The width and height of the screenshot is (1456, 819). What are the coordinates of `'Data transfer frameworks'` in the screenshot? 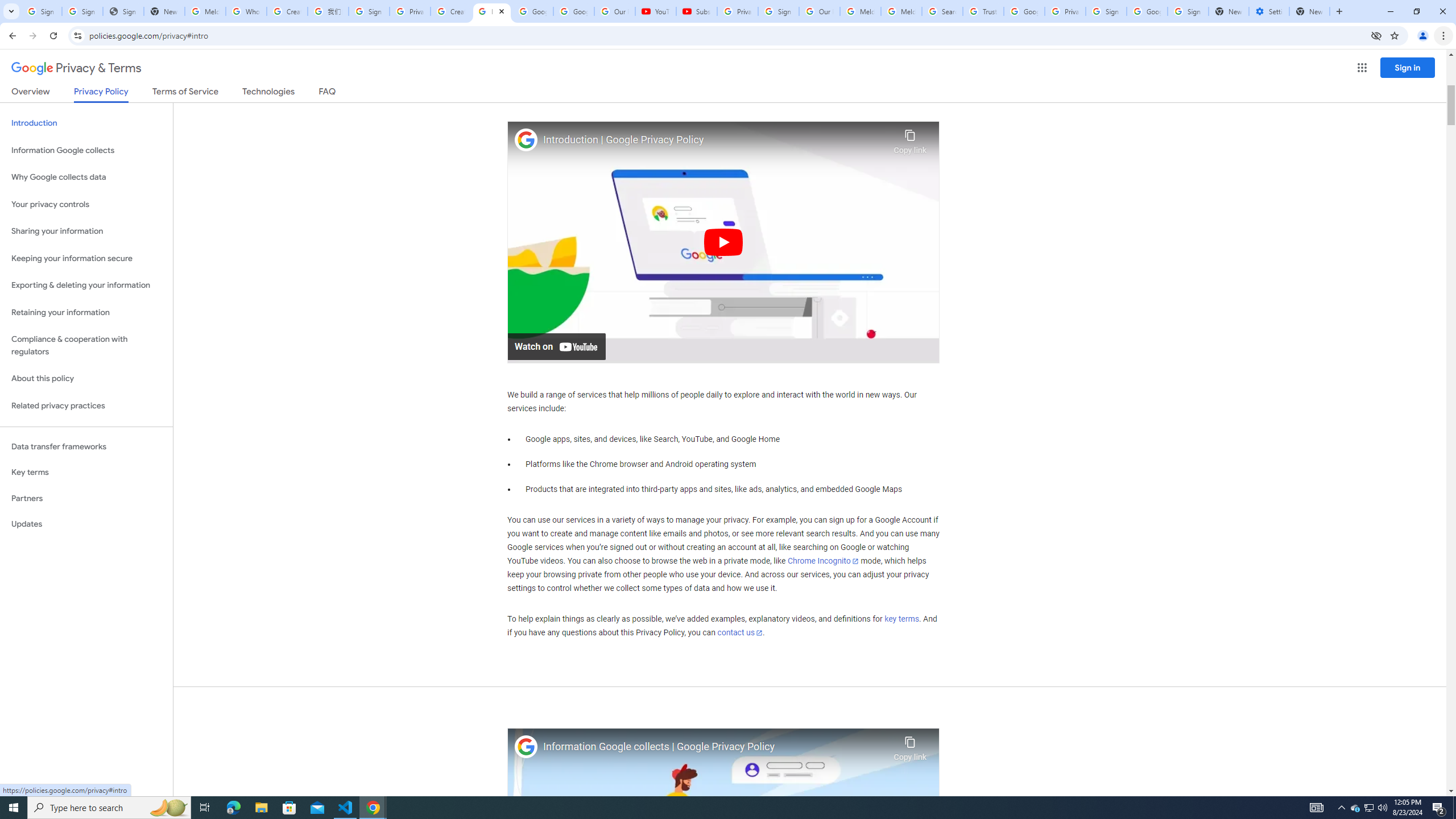 It's located at (86, 446).